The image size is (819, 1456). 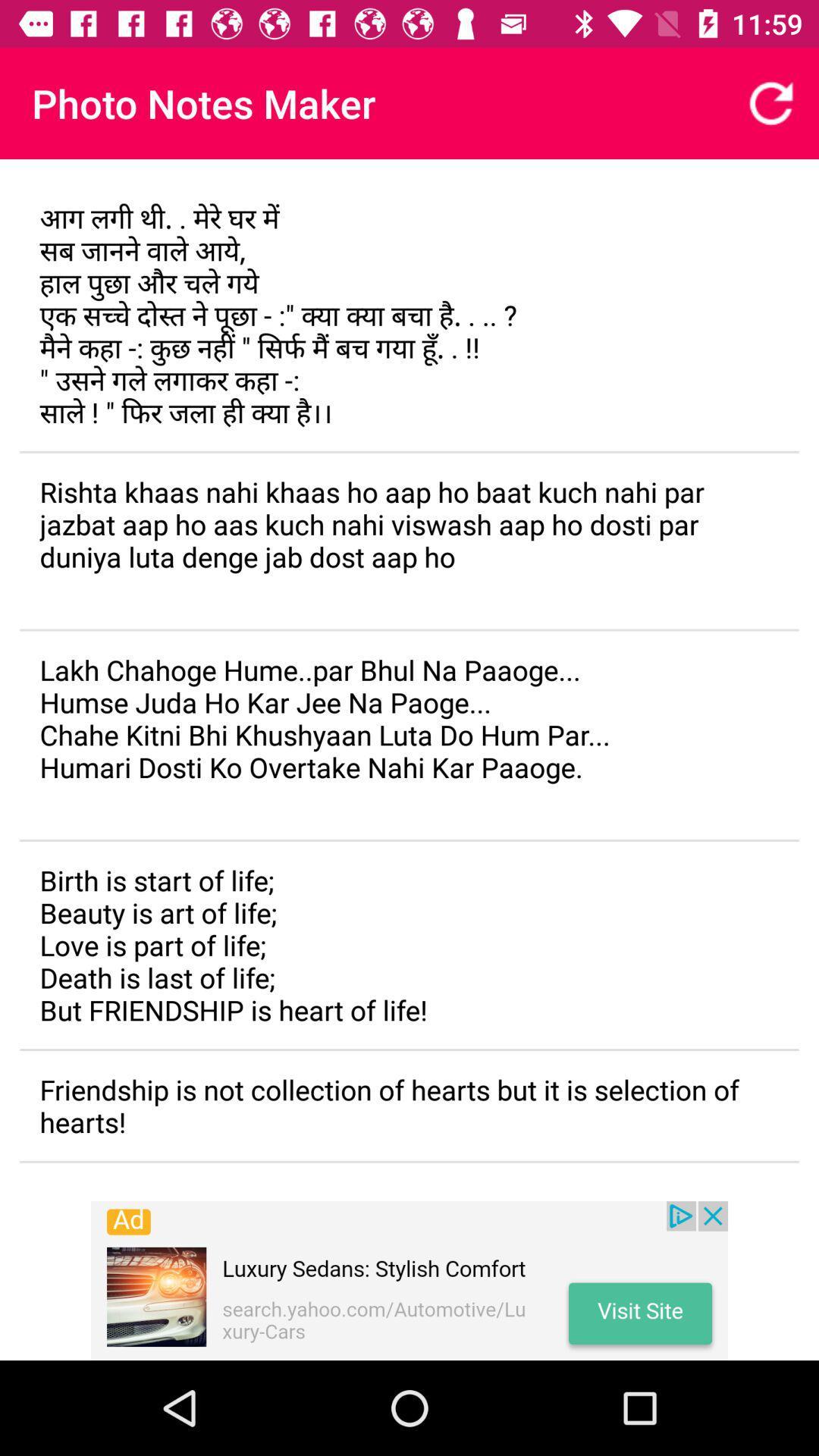 I want to click on reload option, so click(x=771, y=102).